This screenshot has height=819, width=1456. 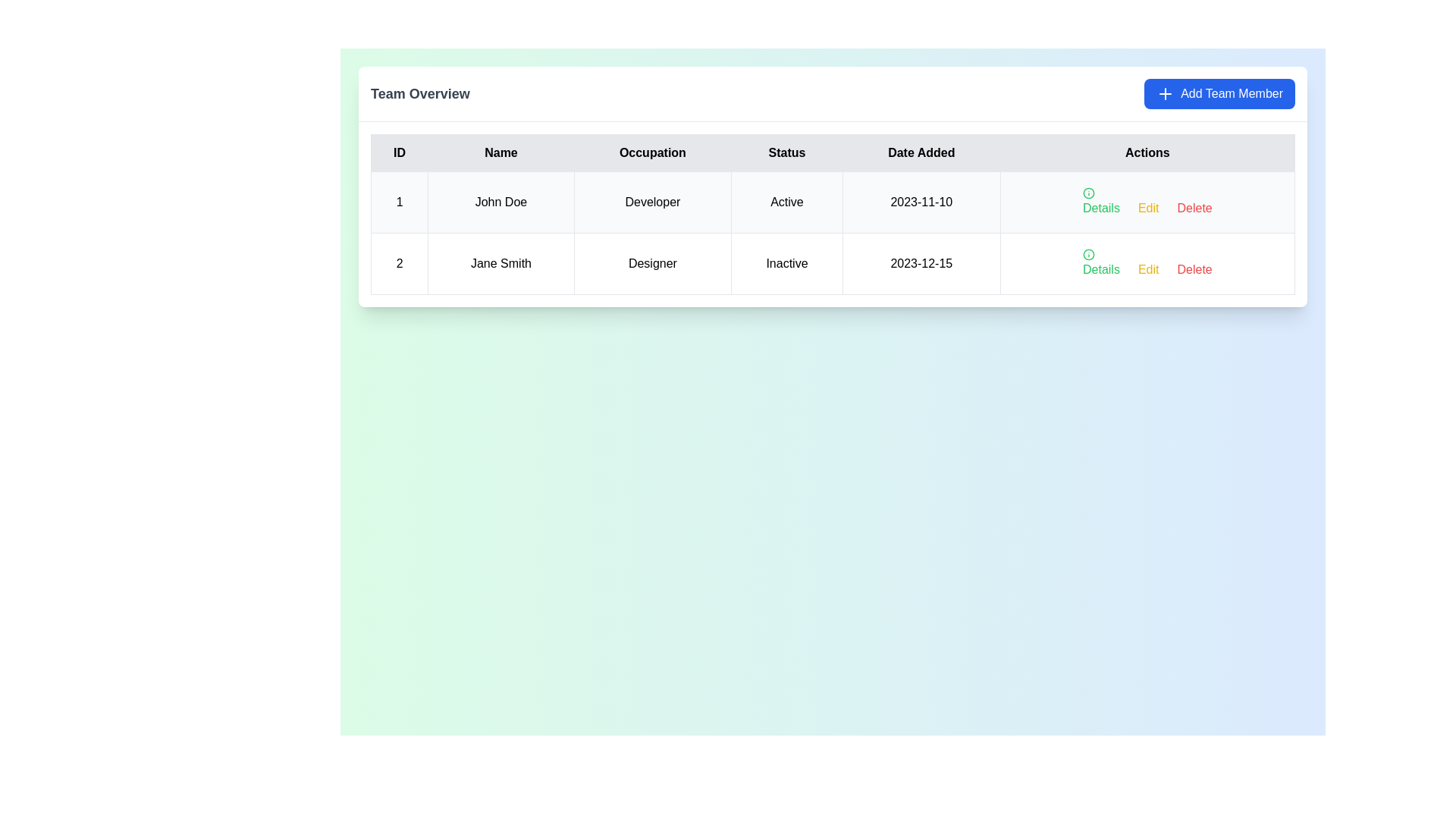 What do you see at coordinates (1148, 208) in the screenshot?
I see `the edit button in the 'Actions' column of the second row in the table for 'Jane Smith' to observe a color change` at bounding box center [1148, 208].